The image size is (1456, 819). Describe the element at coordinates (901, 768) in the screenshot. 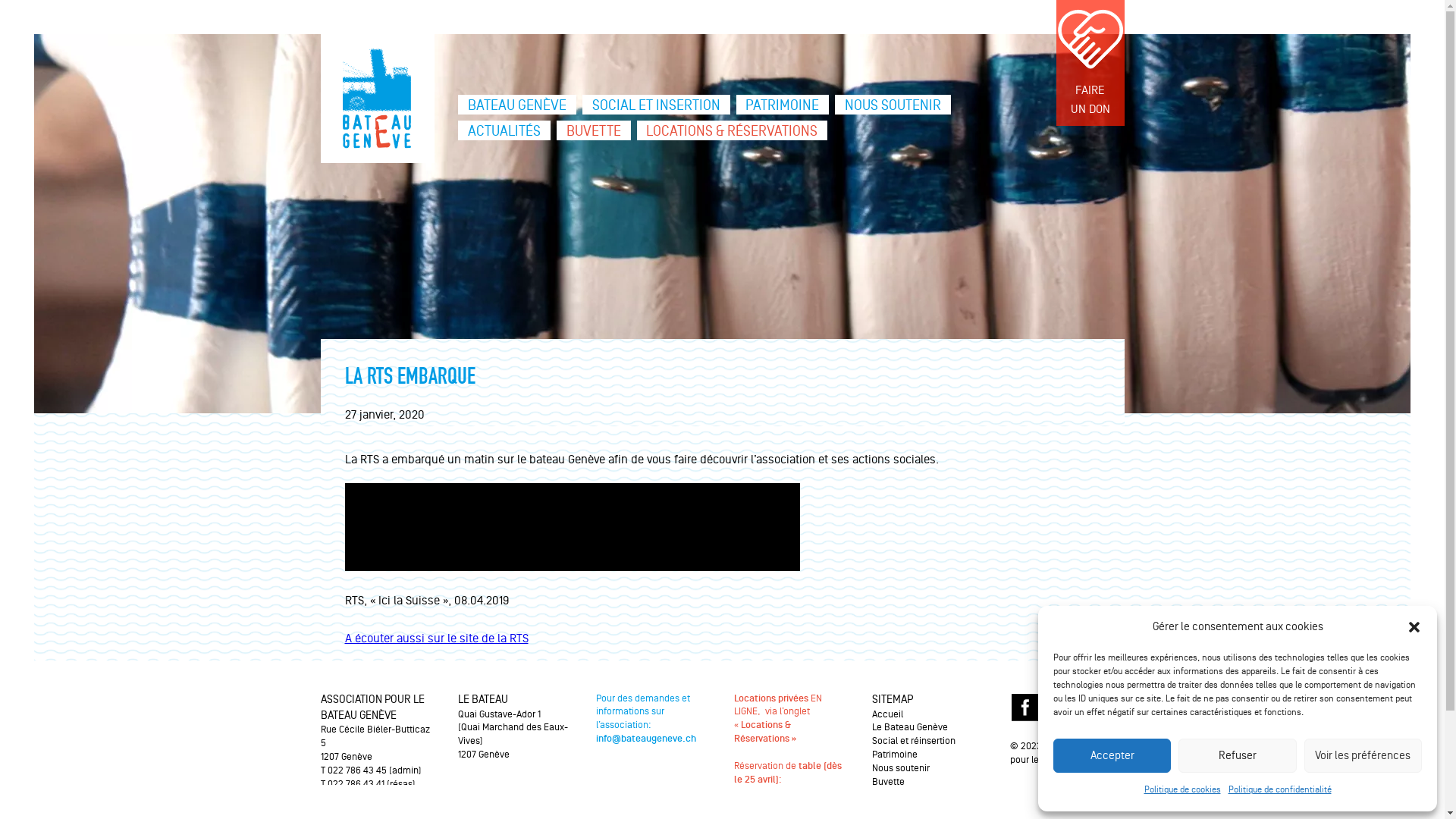

I see `'Nous soutenir'` at that location.